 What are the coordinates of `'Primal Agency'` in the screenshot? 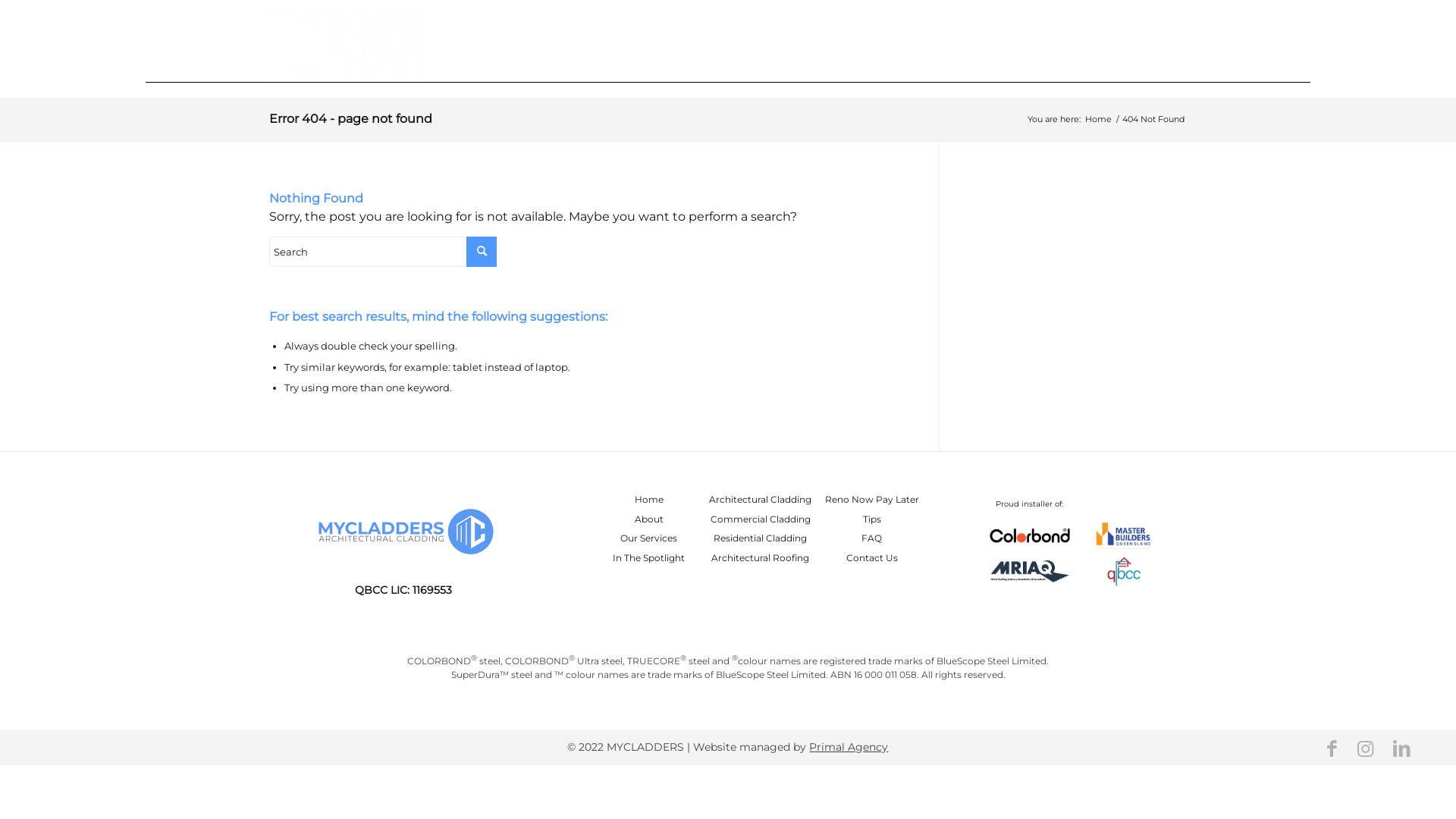 It's located at (808, 745).